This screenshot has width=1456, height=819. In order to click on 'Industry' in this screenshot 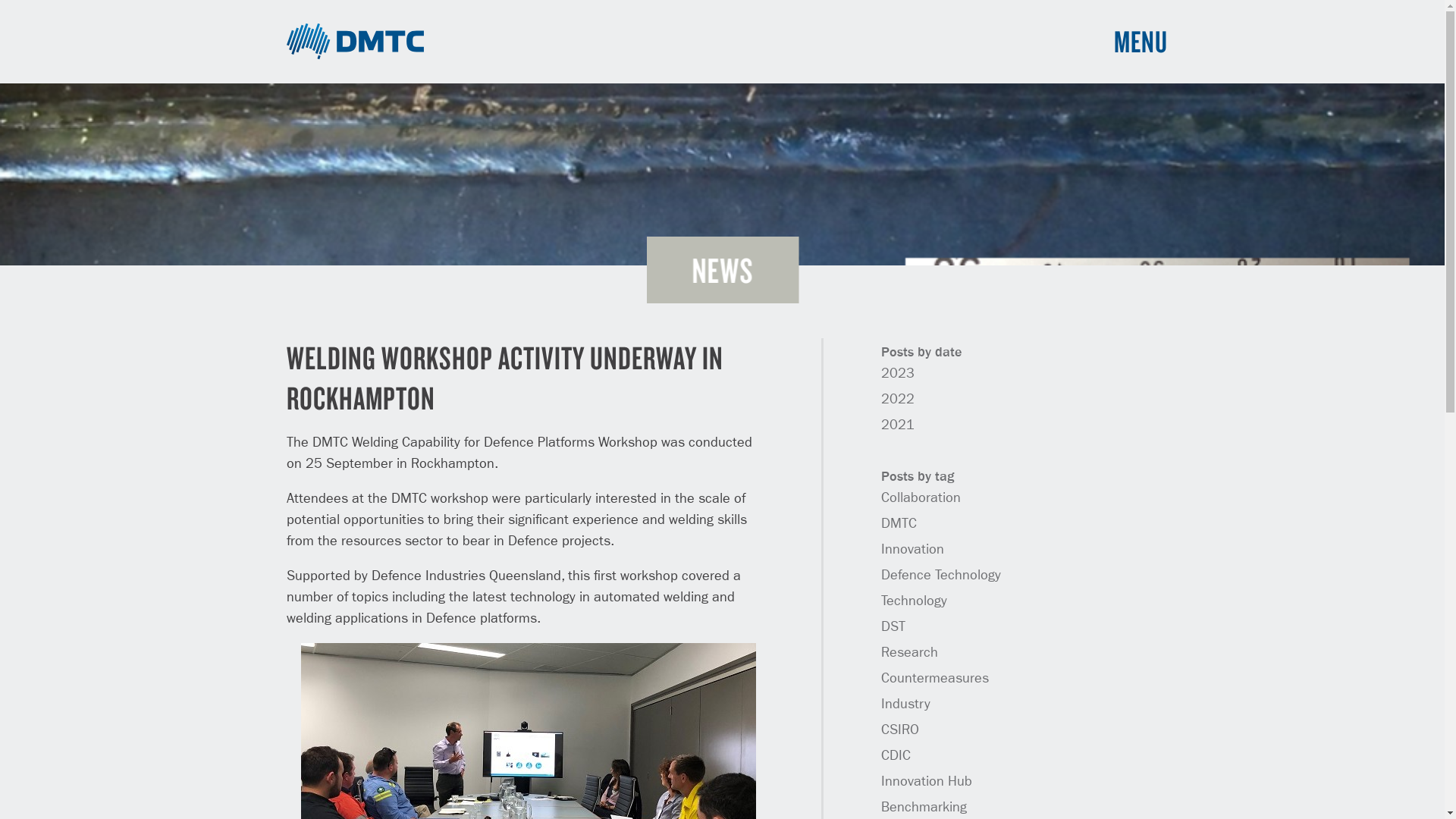, I will do `click(905, 704)`.